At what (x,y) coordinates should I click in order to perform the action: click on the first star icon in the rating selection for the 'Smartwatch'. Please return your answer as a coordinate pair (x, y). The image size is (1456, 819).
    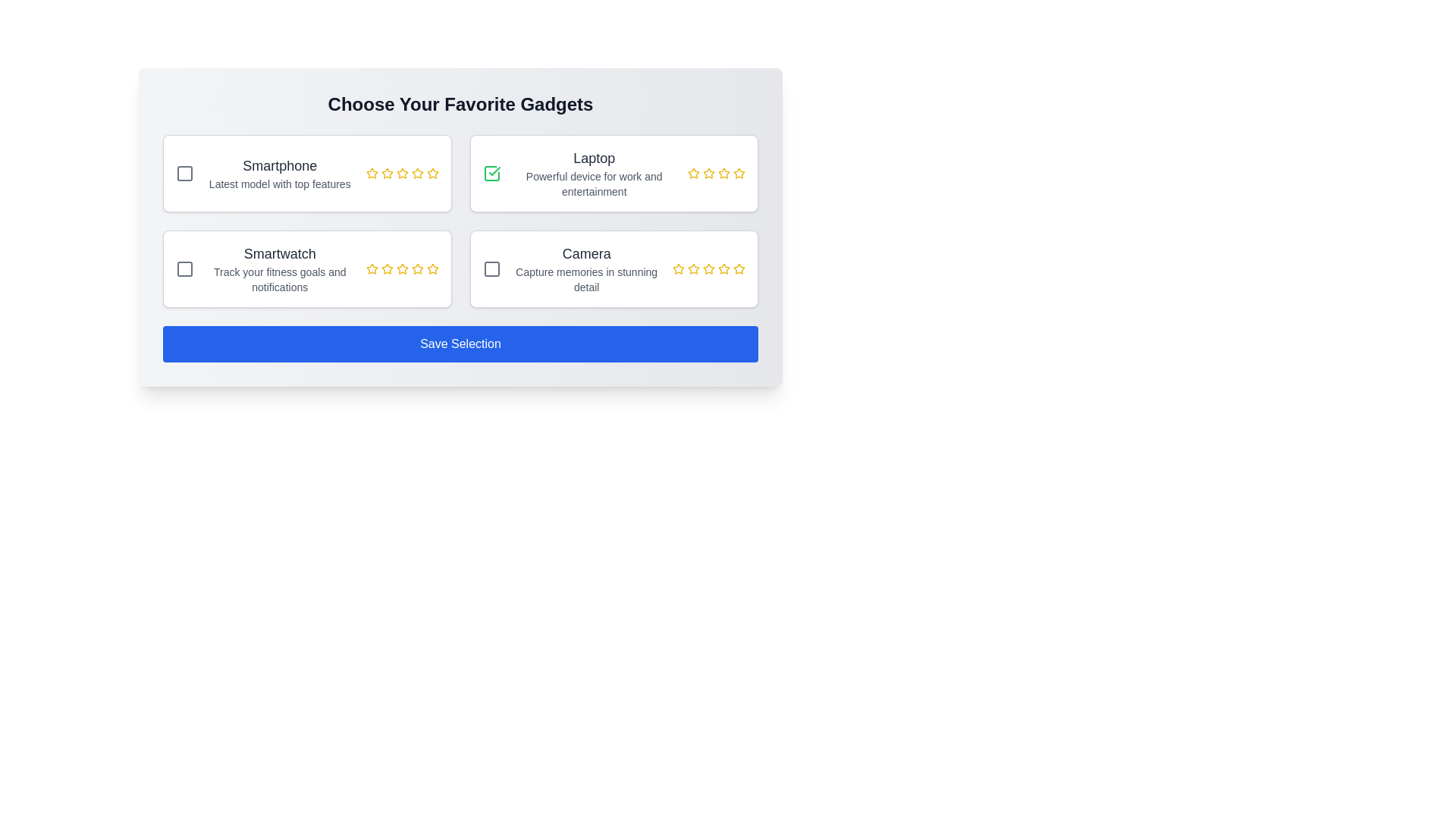
    Looking at the image, I should click on (372, 268).